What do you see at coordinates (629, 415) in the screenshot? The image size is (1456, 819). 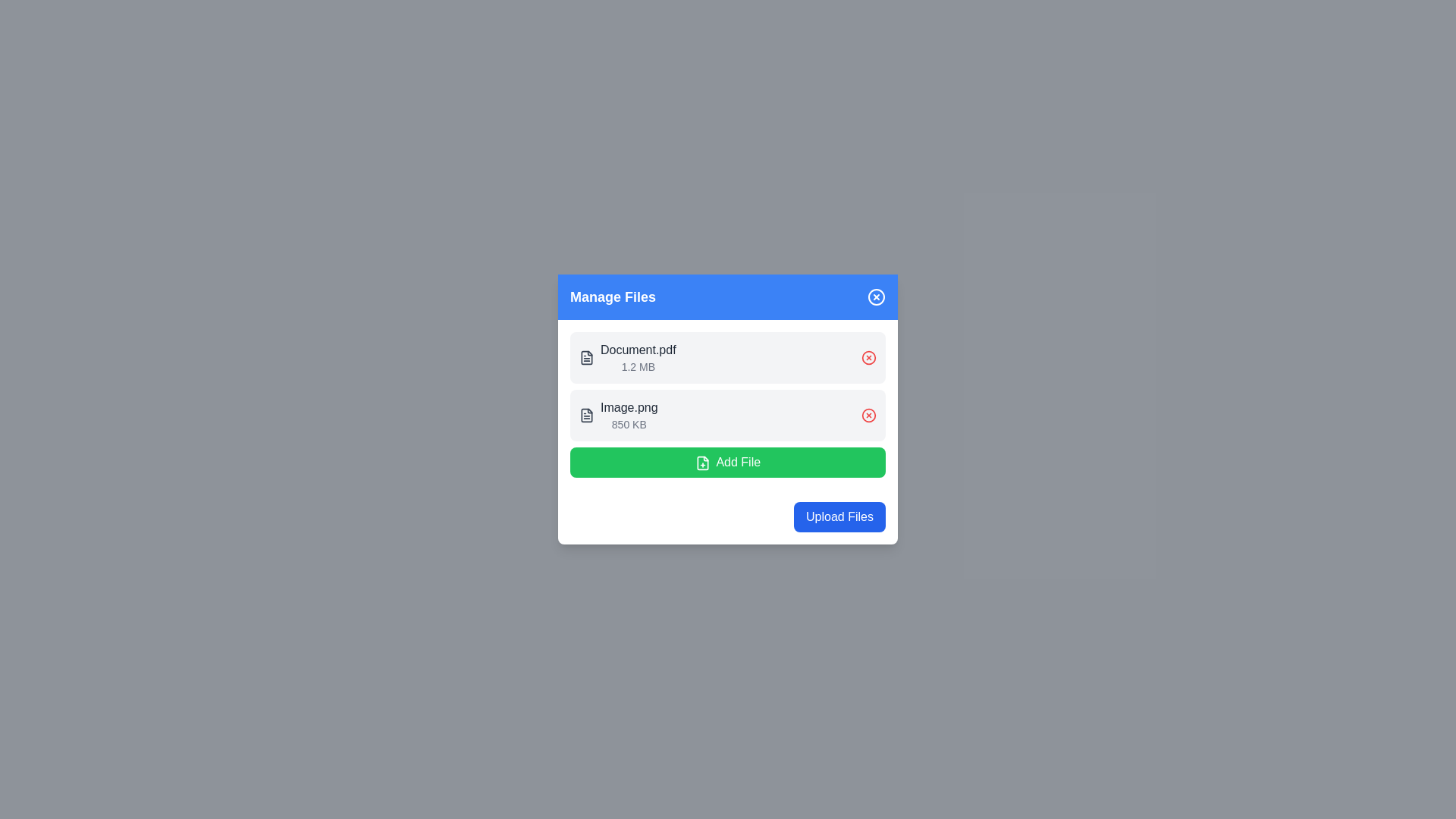 I see `the text label displaying the file name 'Image.png' located in the lower section of the file list interface` at bounding box center [629, 415].